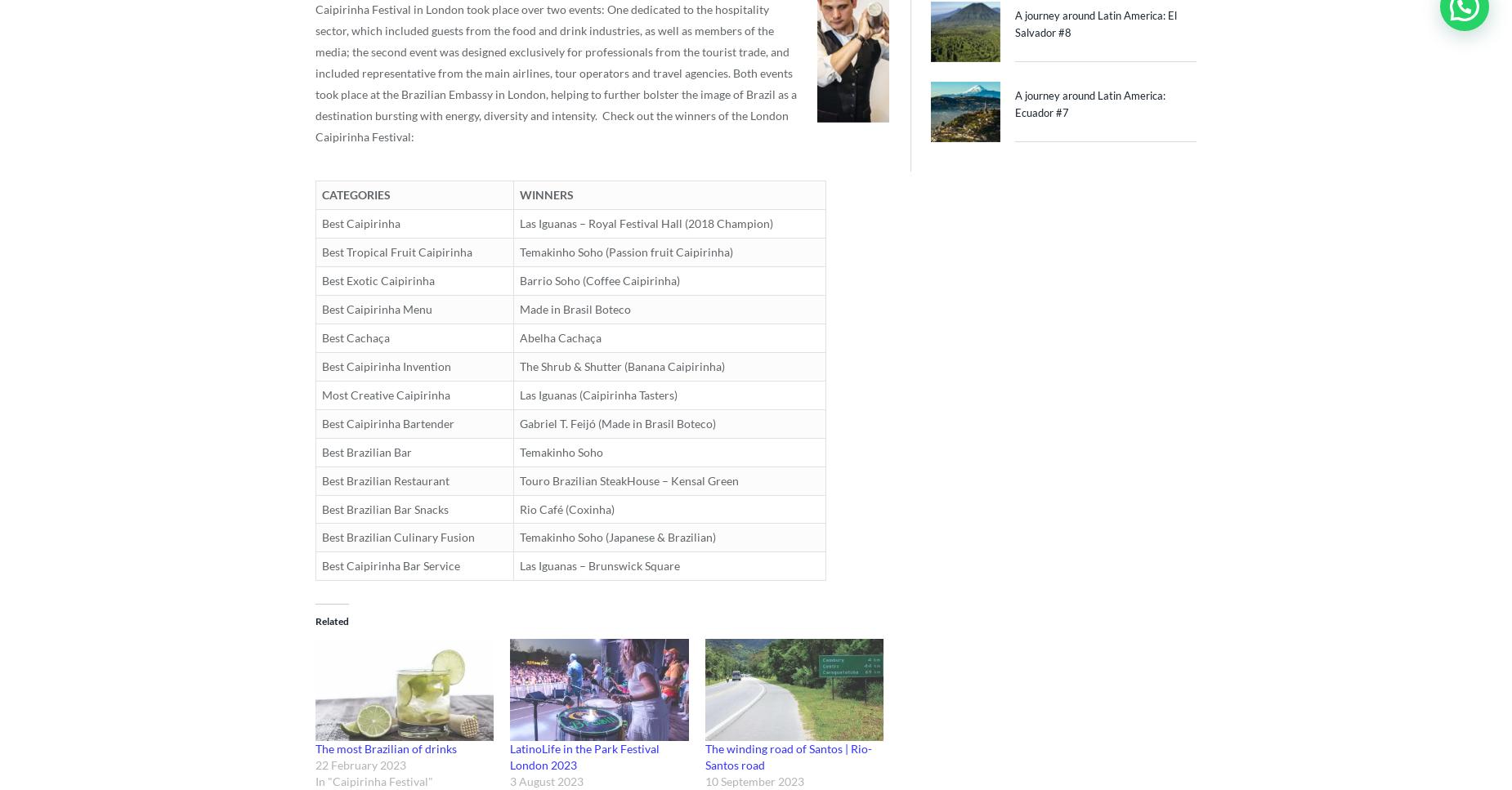 Image resolution: width=1512 pixels, height=790 pixels. What do you see at coordinates (617, 422) in the screenshot?
I see `'Gabriel T. Feijó (Made in Brasil Boteco)'` at bounding box center [617, 422].